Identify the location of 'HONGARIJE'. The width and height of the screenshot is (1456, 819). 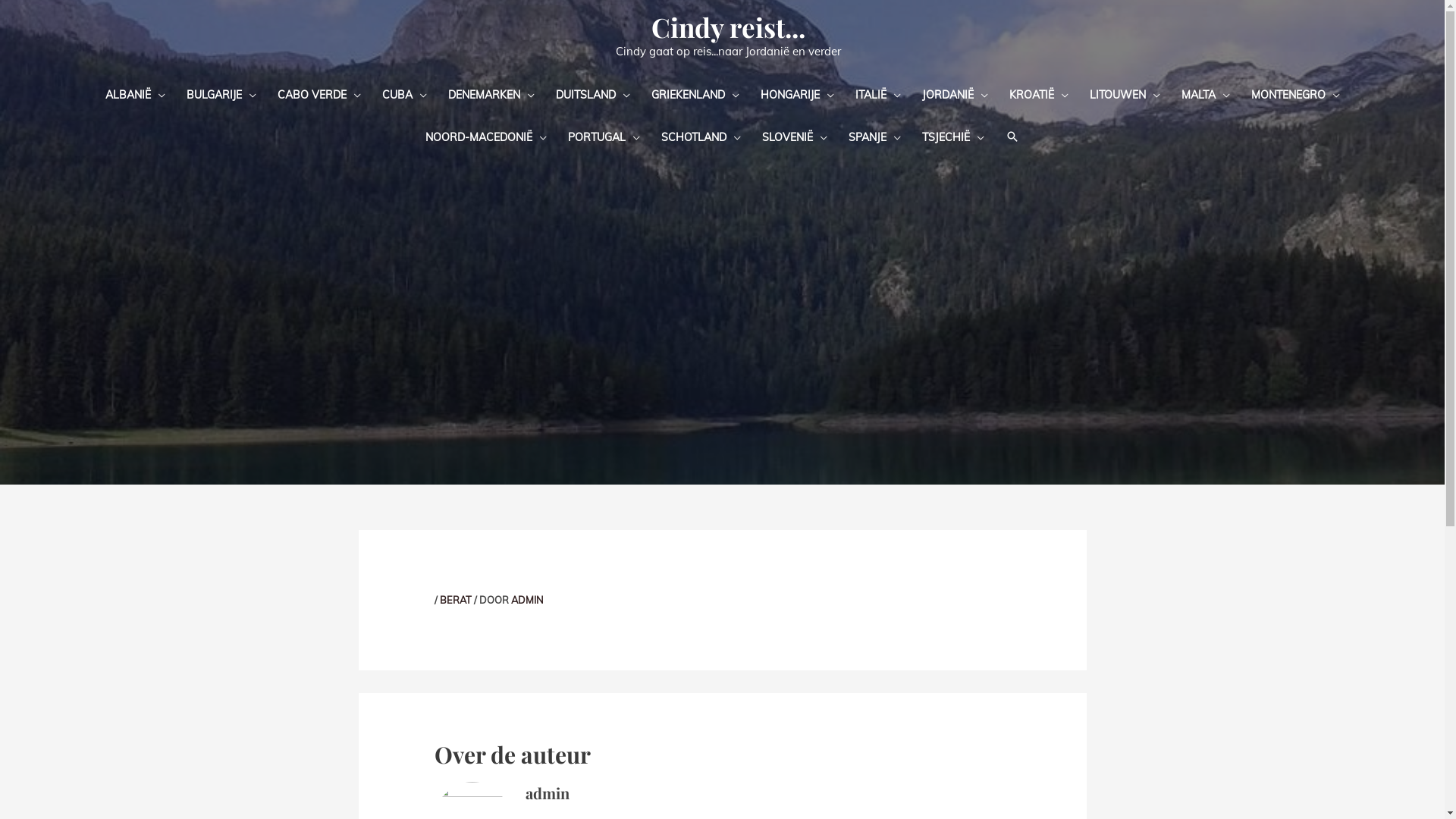
(749, 93).